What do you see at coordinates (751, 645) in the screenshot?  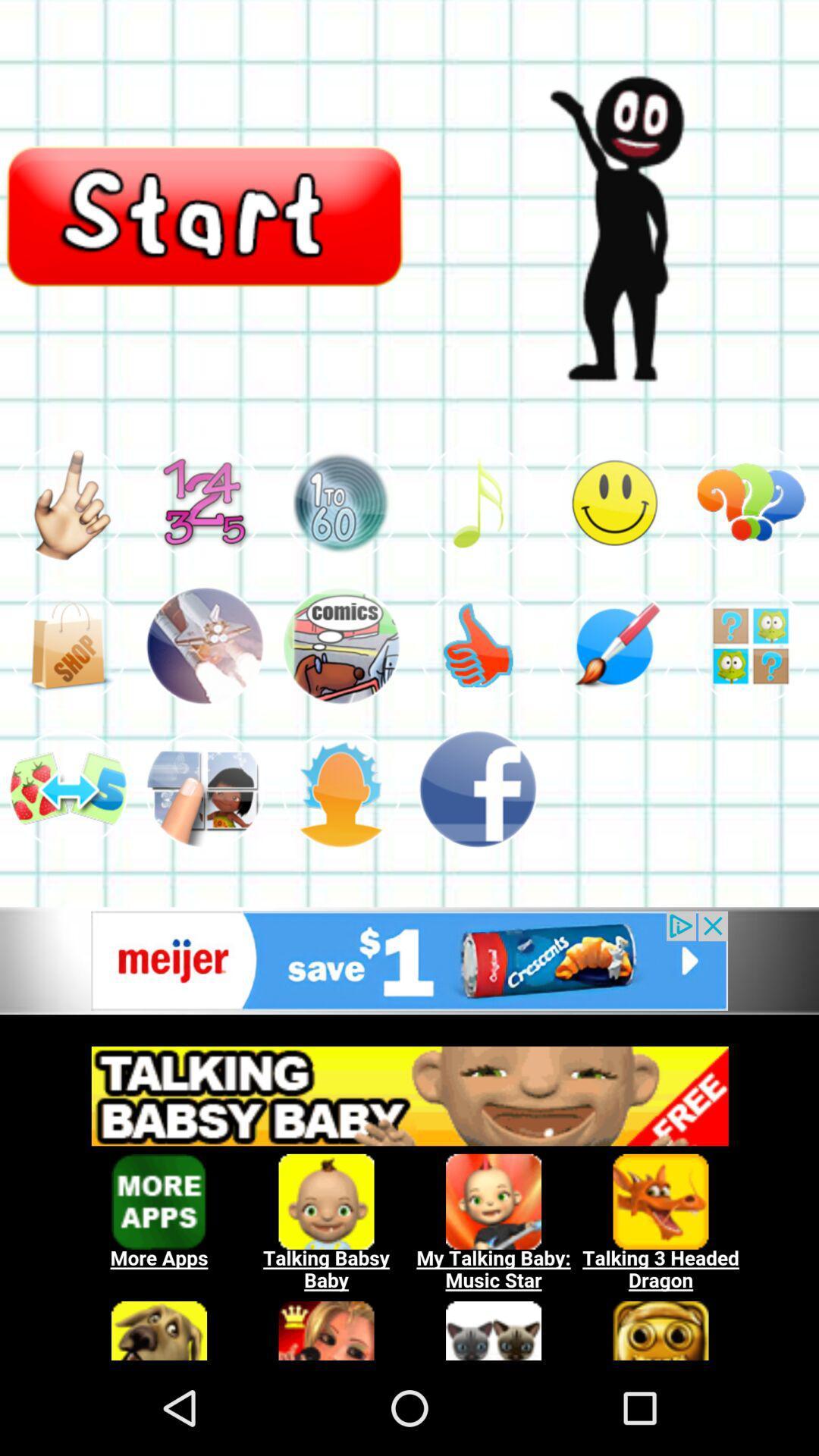 I see `click for help` at bounding box center [751, 645].